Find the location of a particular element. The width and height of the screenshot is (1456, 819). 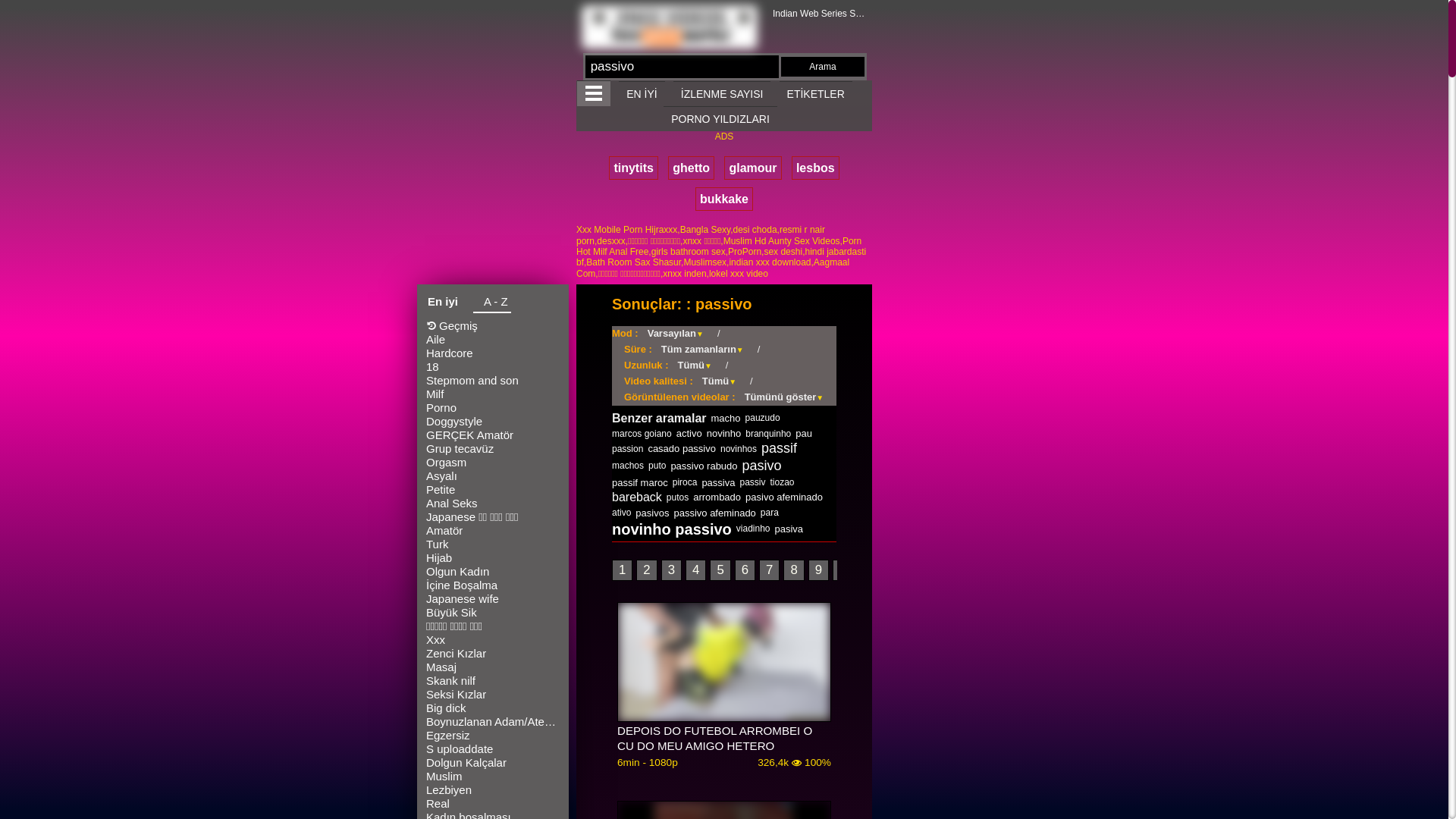

'En iyi' is located at coordinates (442, 303).